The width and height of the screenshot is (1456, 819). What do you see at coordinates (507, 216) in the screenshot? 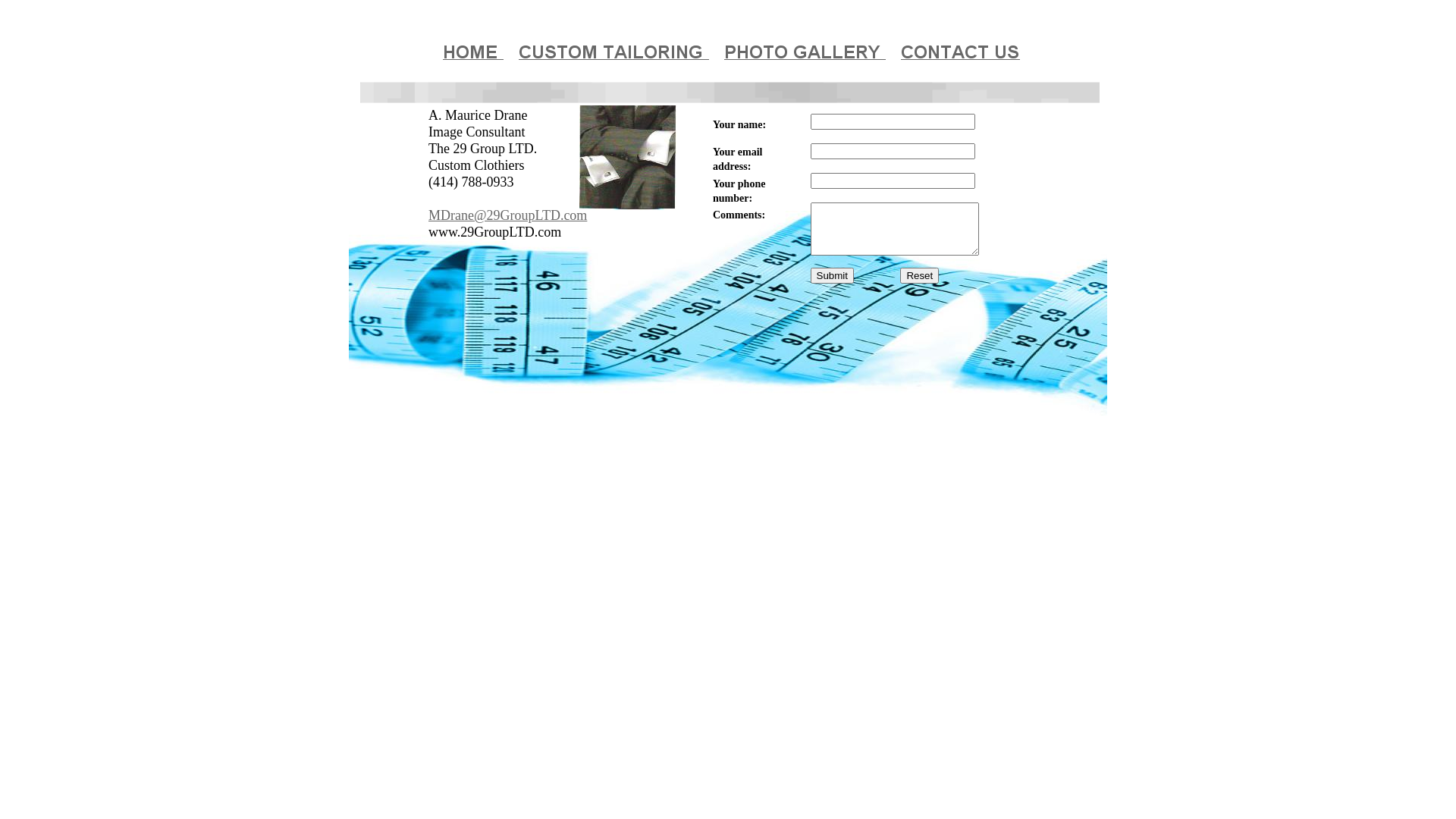
I see `'MDrane@29GroupLTD.com'` at bounding box center [507, 216].